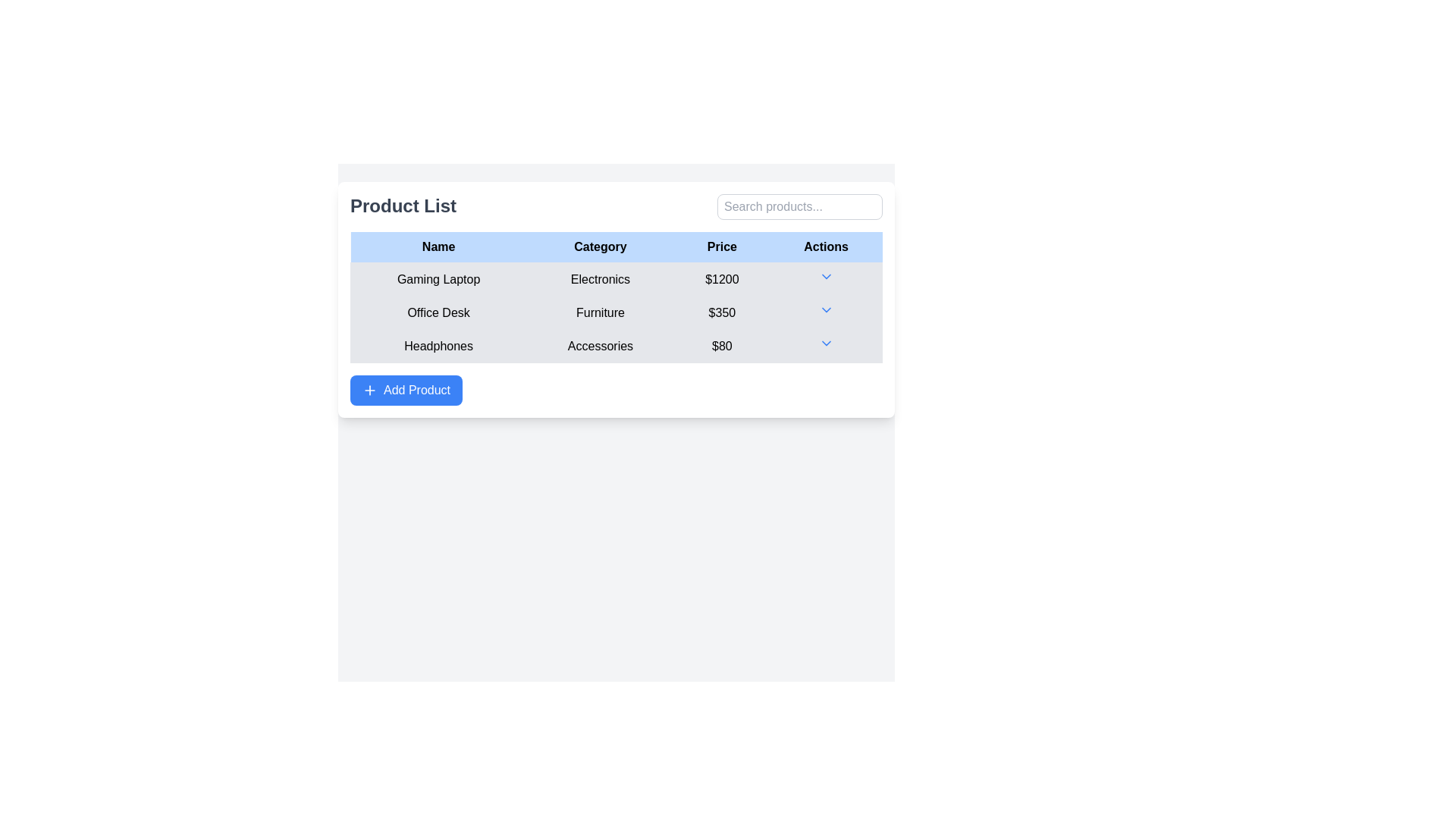  What do you see at coordinates (825, 279) in the screenshot?
I see `the dropdown toggle icon located in the last column of the table row for the 'Gaming Laptop' item` at bounding box center [825, 279].